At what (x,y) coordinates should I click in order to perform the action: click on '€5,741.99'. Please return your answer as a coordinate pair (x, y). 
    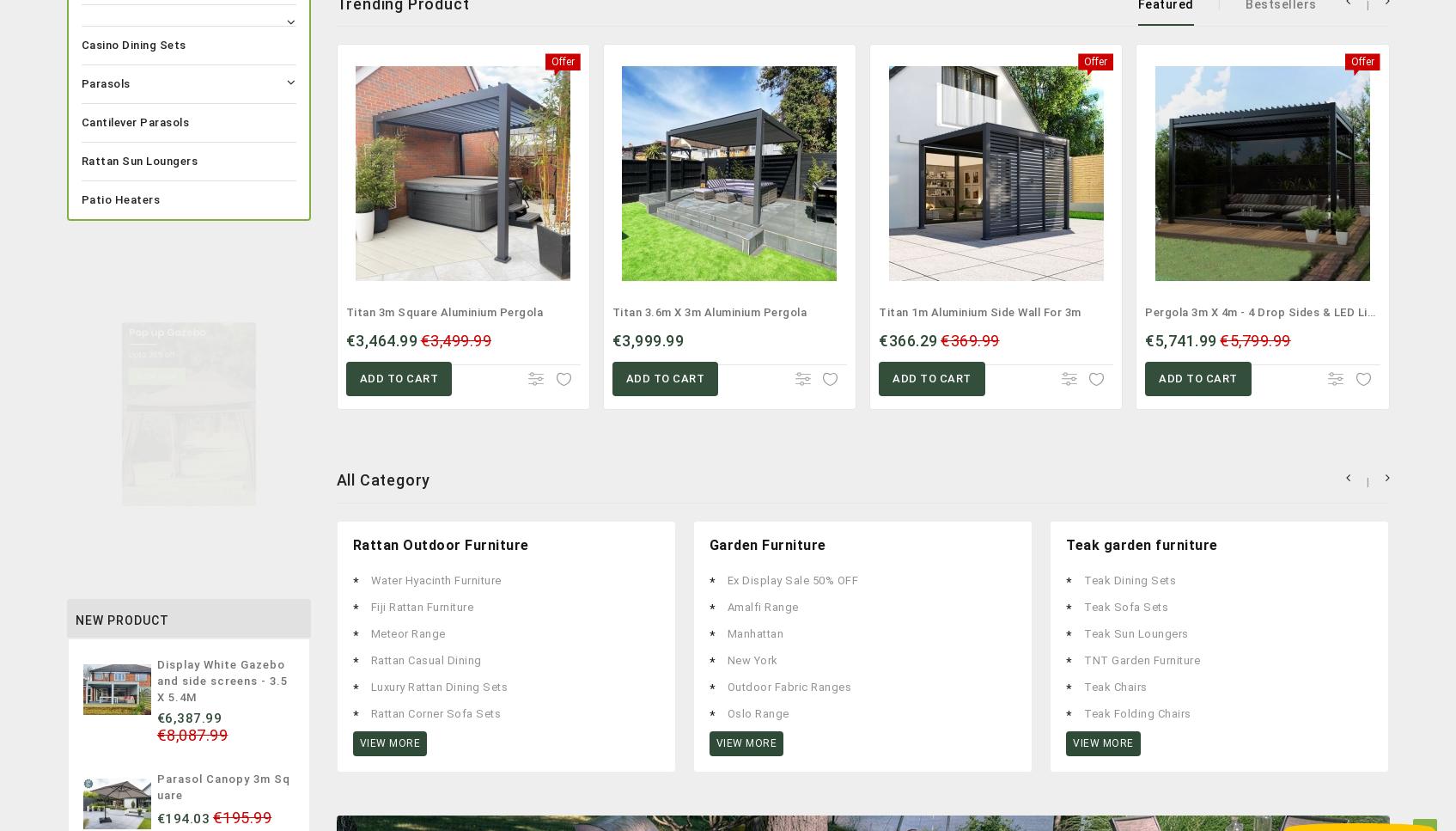
    Looking at the image, I should click on (1179, 339).